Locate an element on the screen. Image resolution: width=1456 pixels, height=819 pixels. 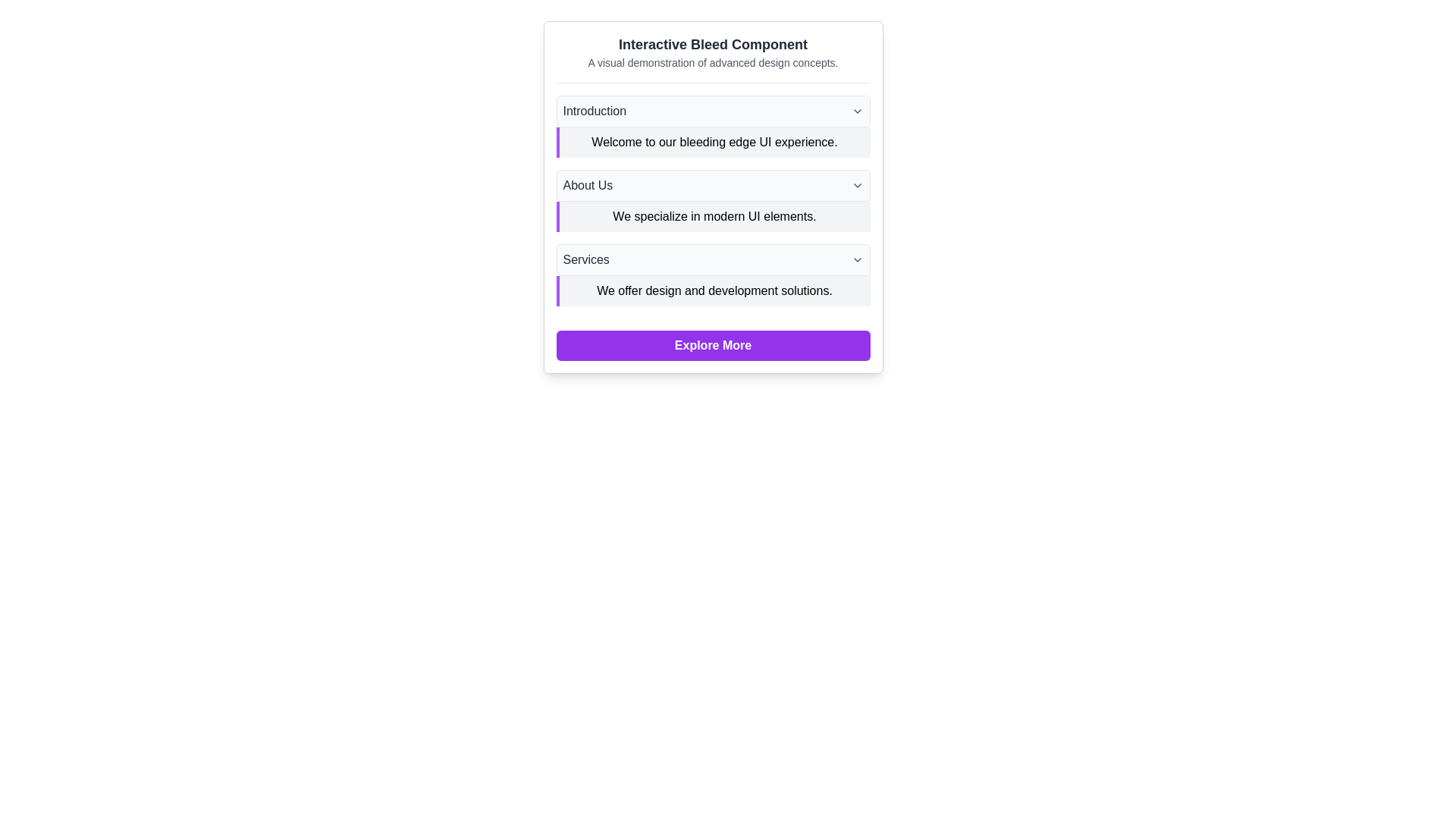
the textual content component that provides the description 'We specialize in modern UI elements' within the 'About Us' section is located at coordinates (712, 200).